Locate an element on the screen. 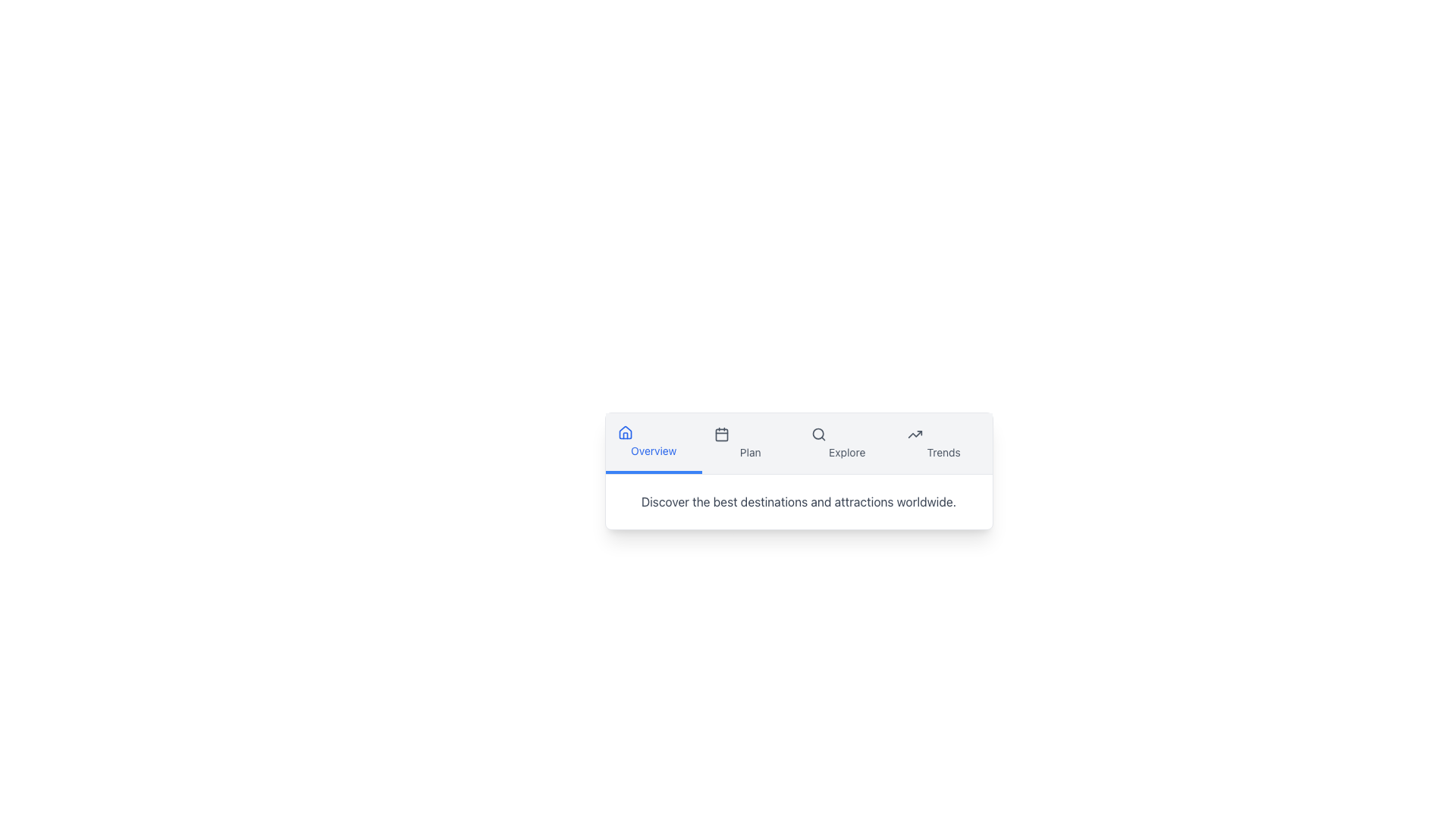 Image resolution: width=1456 pixels, height=819 pixels. the segmented navigation item labeled 'Explore' with a magnifying glass icon is located at coordinates (846, 444).